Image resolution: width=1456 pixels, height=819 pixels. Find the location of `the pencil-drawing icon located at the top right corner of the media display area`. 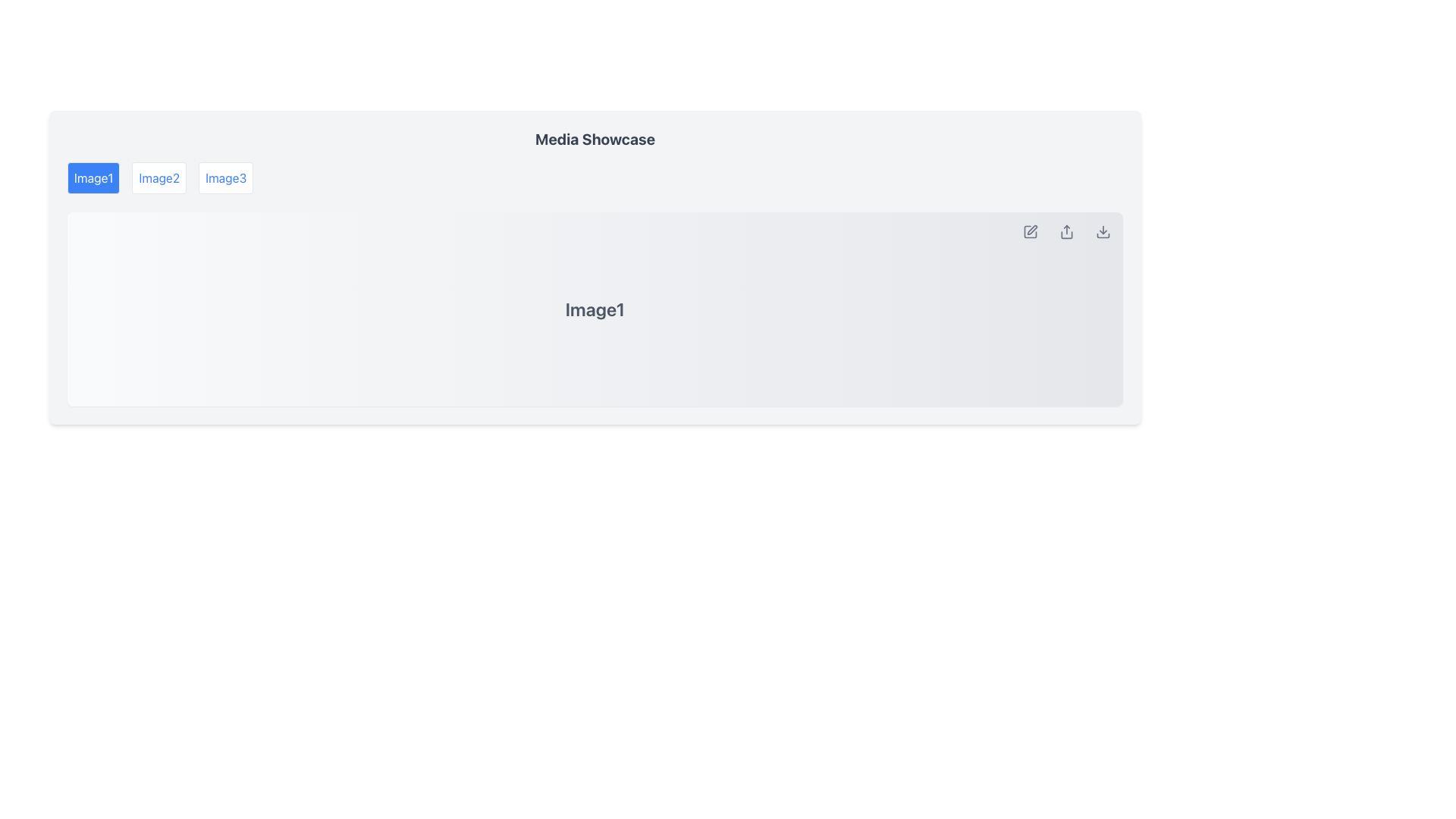

the pencil-drawing icon located at the top right corner of the media display area is located at coordinates (1030, 231).